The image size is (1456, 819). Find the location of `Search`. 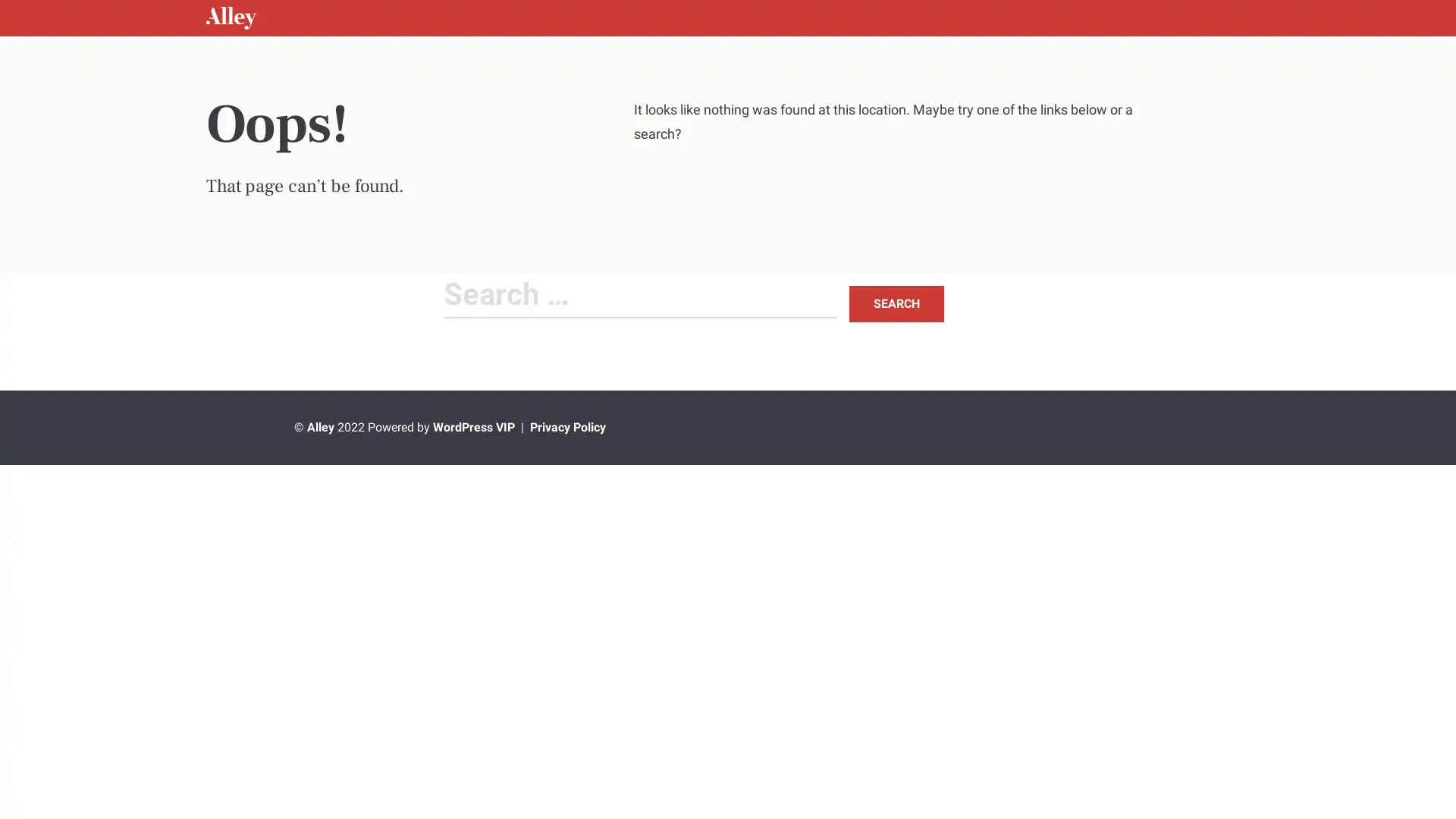

Search is located at coordinates (896, 303).